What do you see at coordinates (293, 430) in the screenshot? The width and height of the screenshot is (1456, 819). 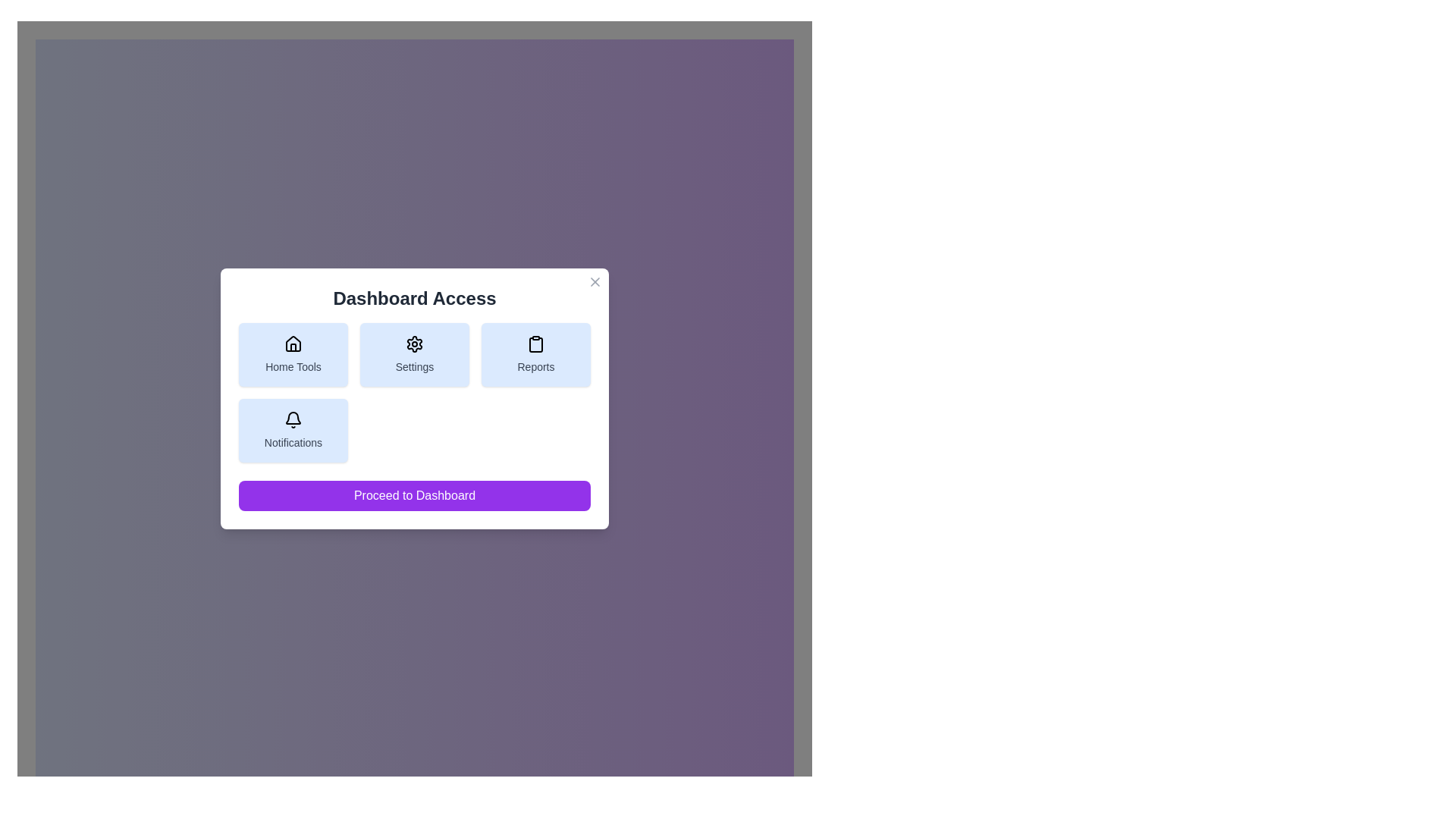 I see `the 'Notifications' button with a light blue background and bell icon located in the bottom-left corner of the 'Dashboard Access' modal` at bounding box center [293, 430].